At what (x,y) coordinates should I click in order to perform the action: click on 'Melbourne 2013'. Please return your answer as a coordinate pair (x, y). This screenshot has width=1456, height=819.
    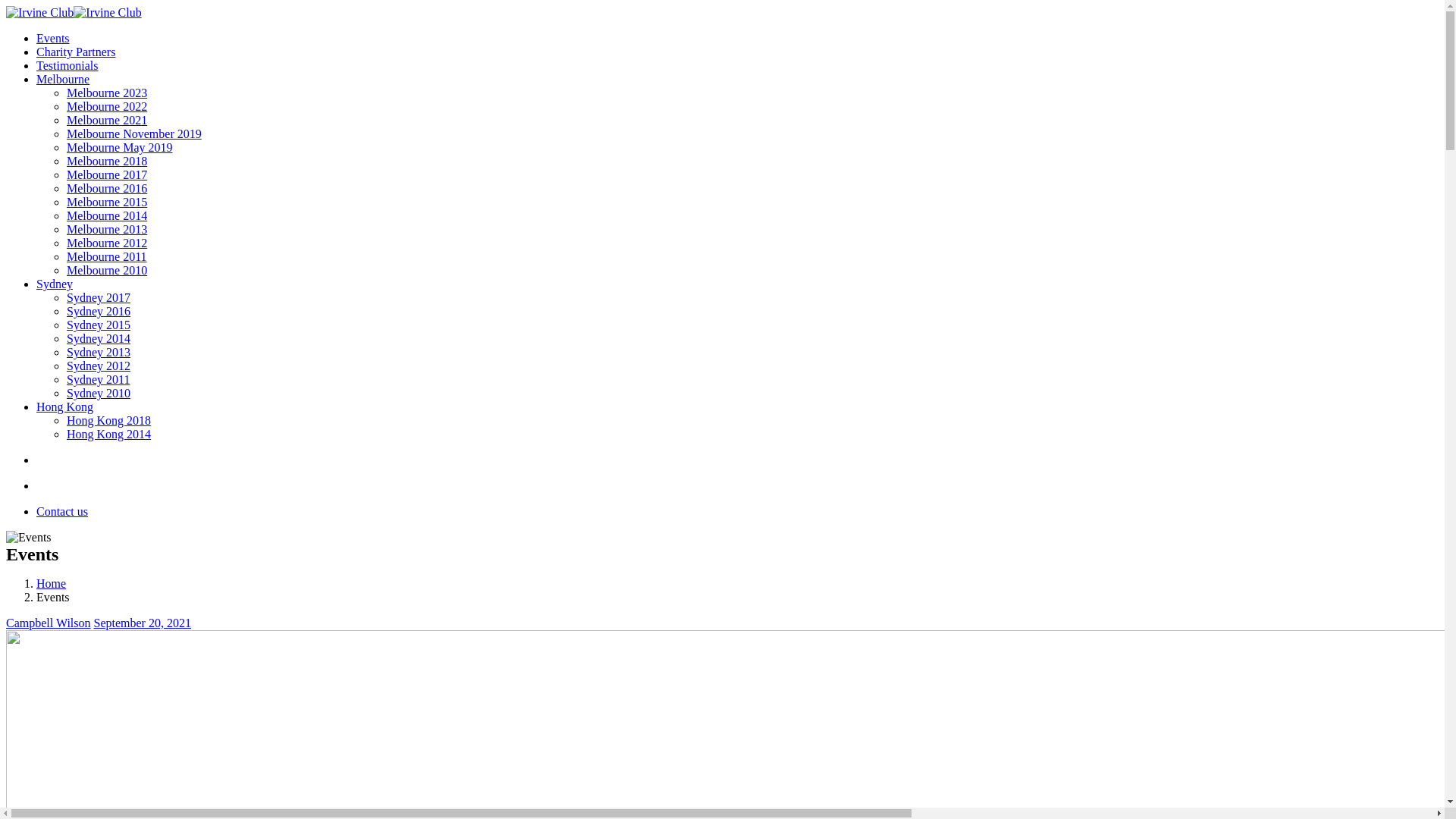
    Looking at the image, I should click on (105, 229).